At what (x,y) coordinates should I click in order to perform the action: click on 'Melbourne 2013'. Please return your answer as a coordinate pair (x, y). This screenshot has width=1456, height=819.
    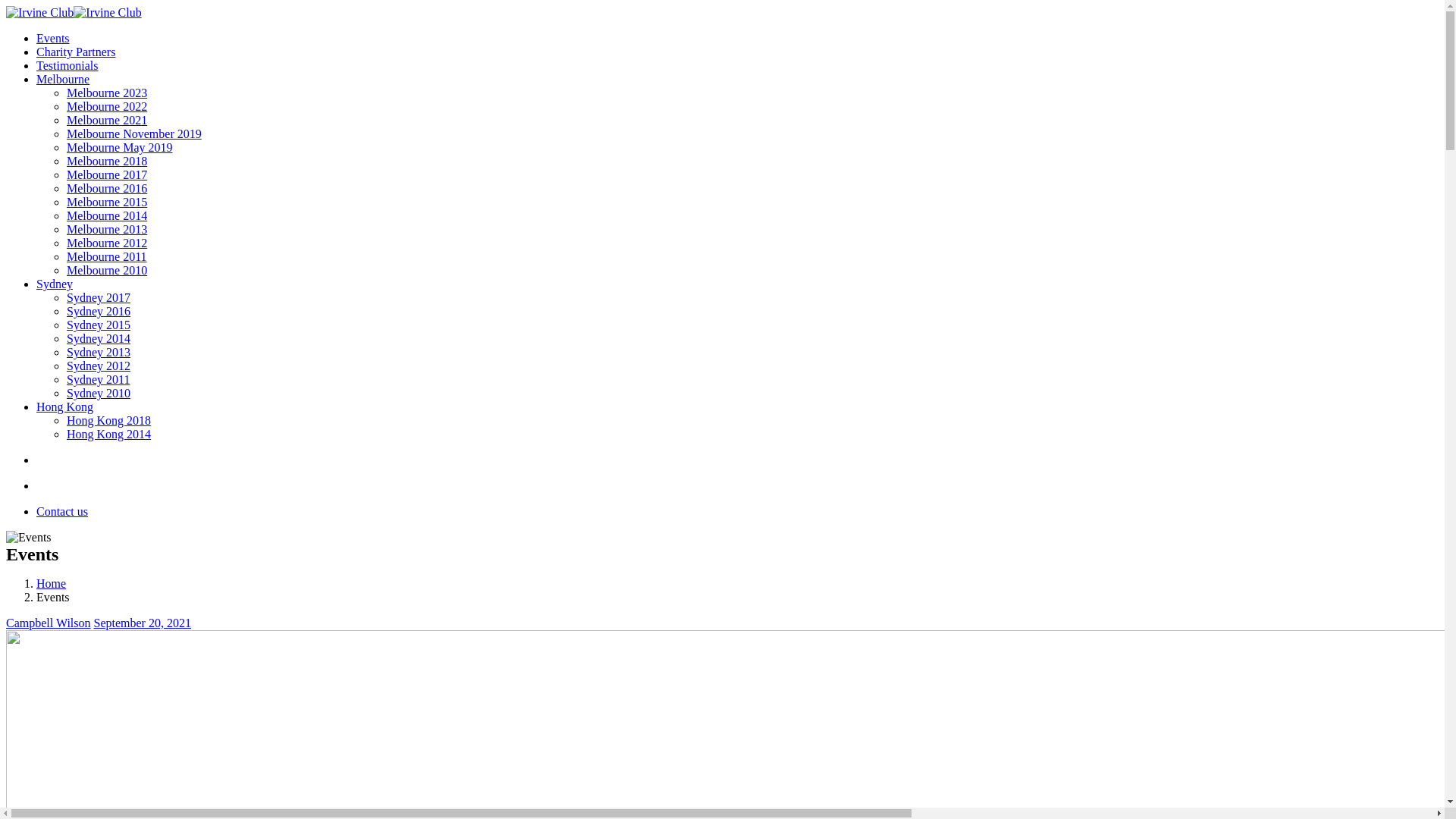
    Looking at the image, I should click on (105, 229).